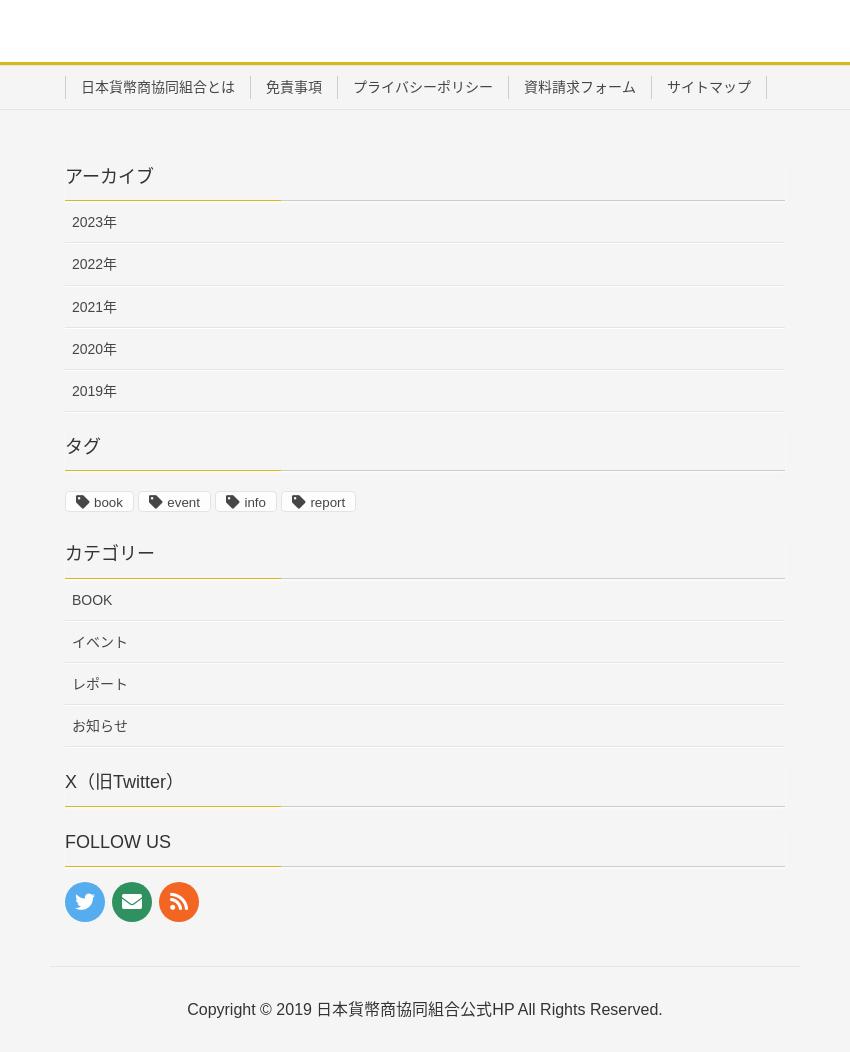  Describe the element at coordinates (90, 598) in the screenshot. I see `'BOOK'` at that location.